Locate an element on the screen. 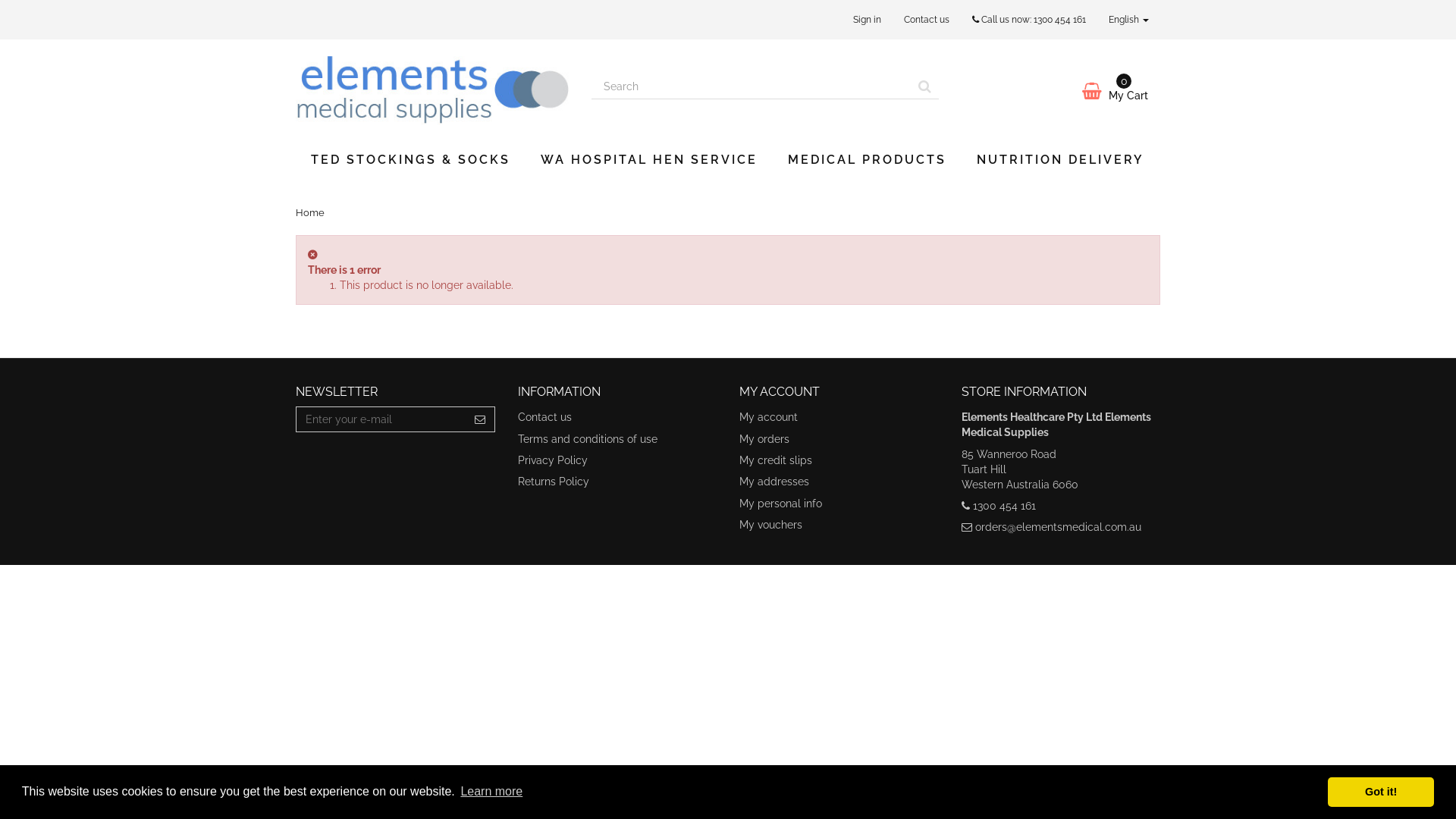  'My orders' is located at coordinates (764, 438).